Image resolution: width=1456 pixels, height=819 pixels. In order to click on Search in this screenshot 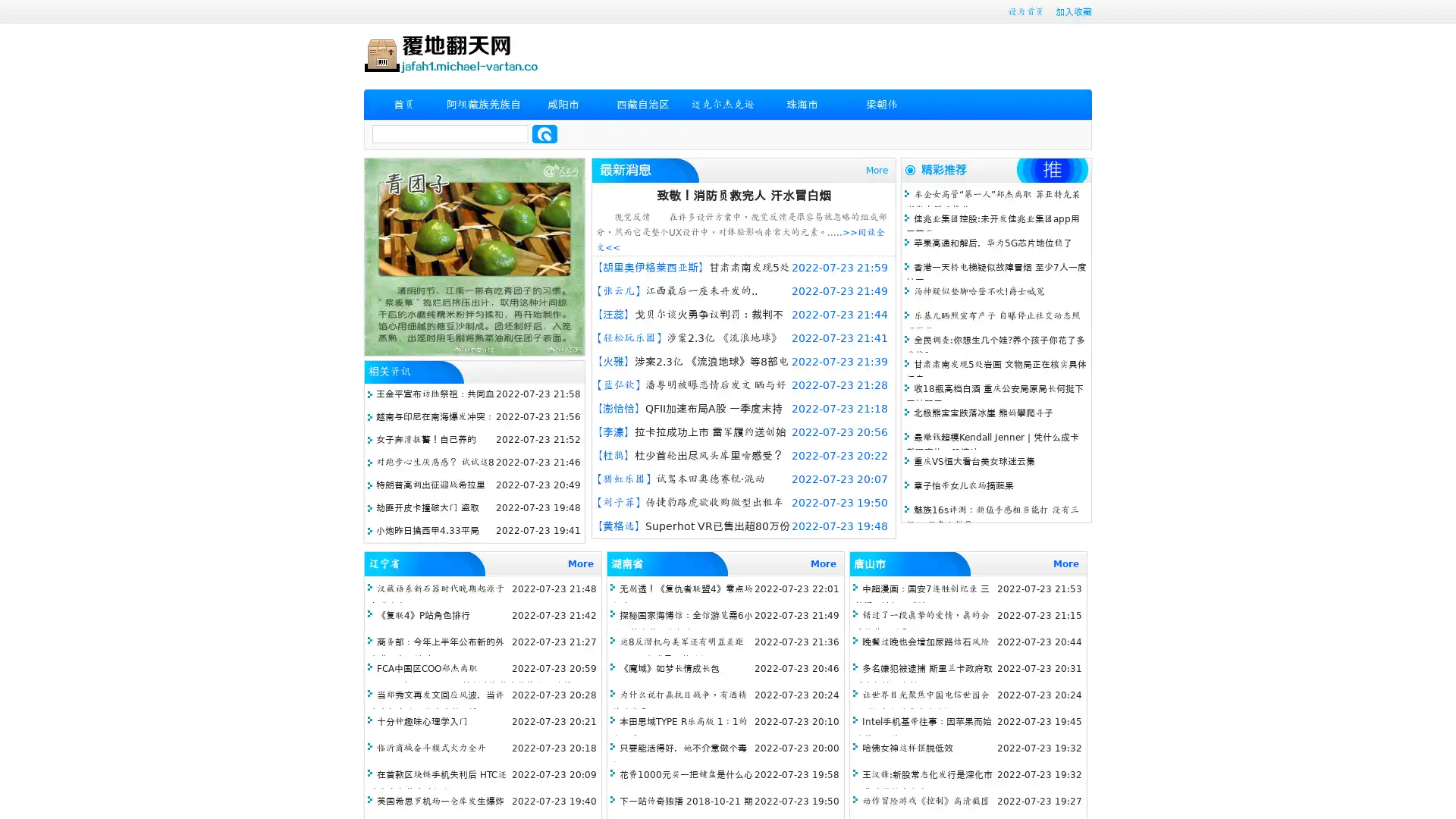, I will do `click(544, 133)`.